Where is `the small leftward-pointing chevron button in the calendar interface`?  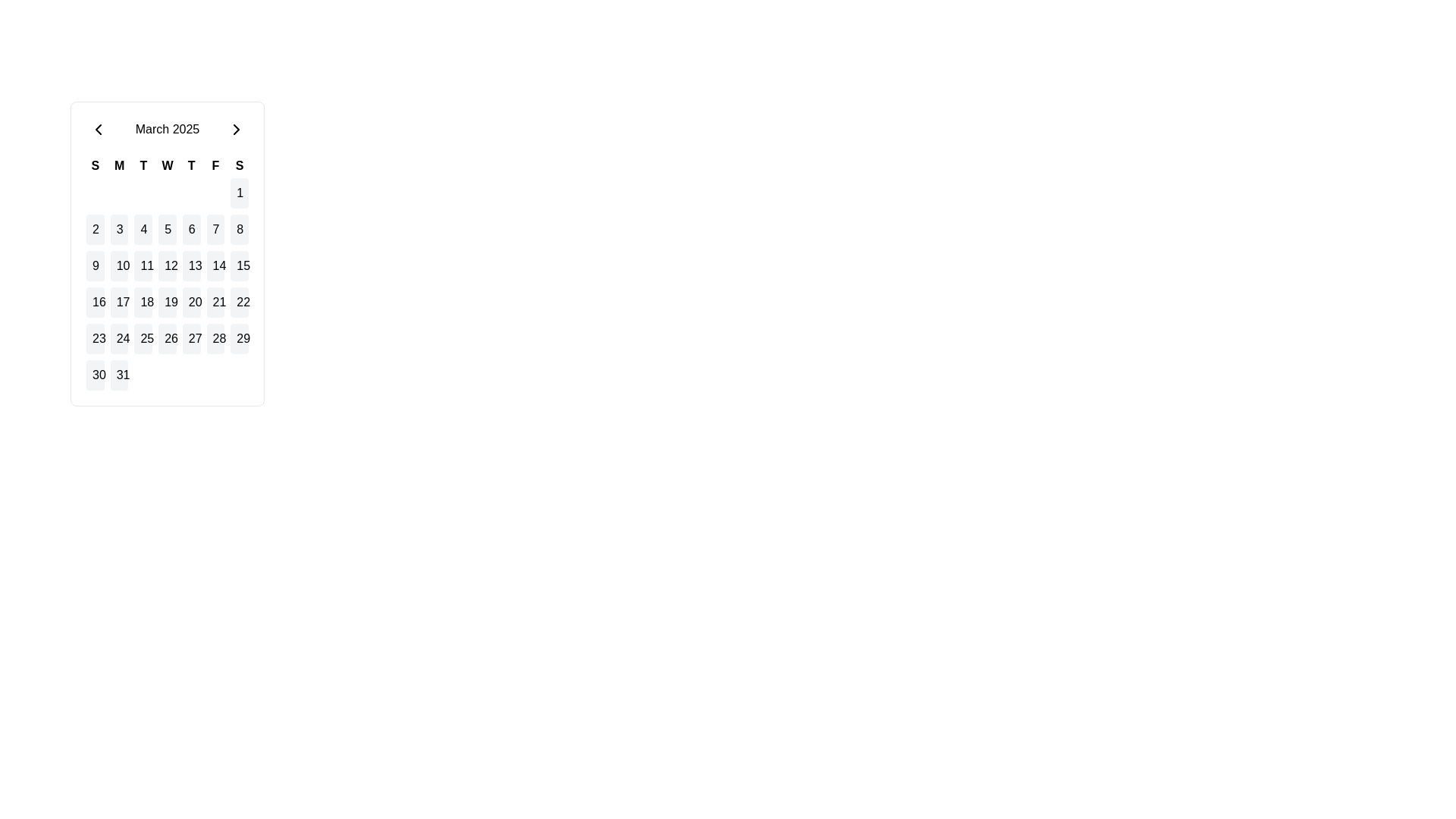 the small leftward-pointing chevron button in the calendar interface is located at coordinates (97, 128).